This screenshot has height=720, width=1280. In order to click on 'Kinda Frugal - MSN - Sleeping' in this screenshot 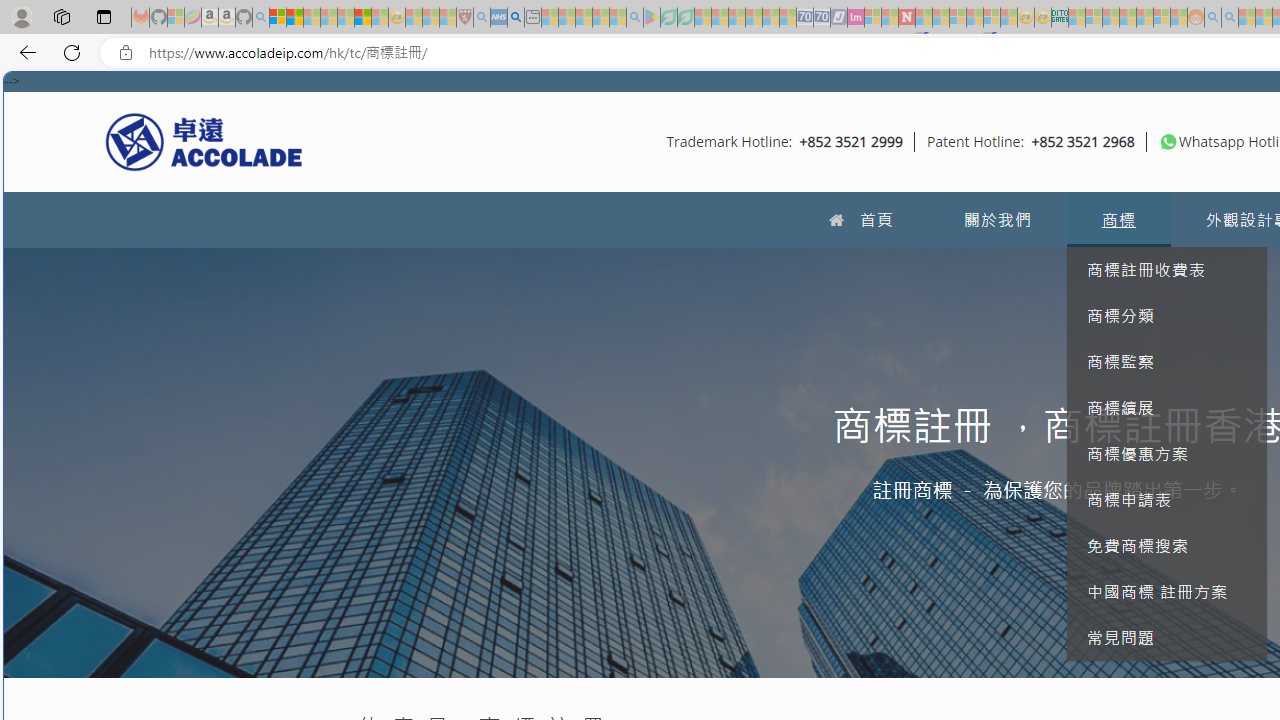, I will do `click(1144, 17)`.